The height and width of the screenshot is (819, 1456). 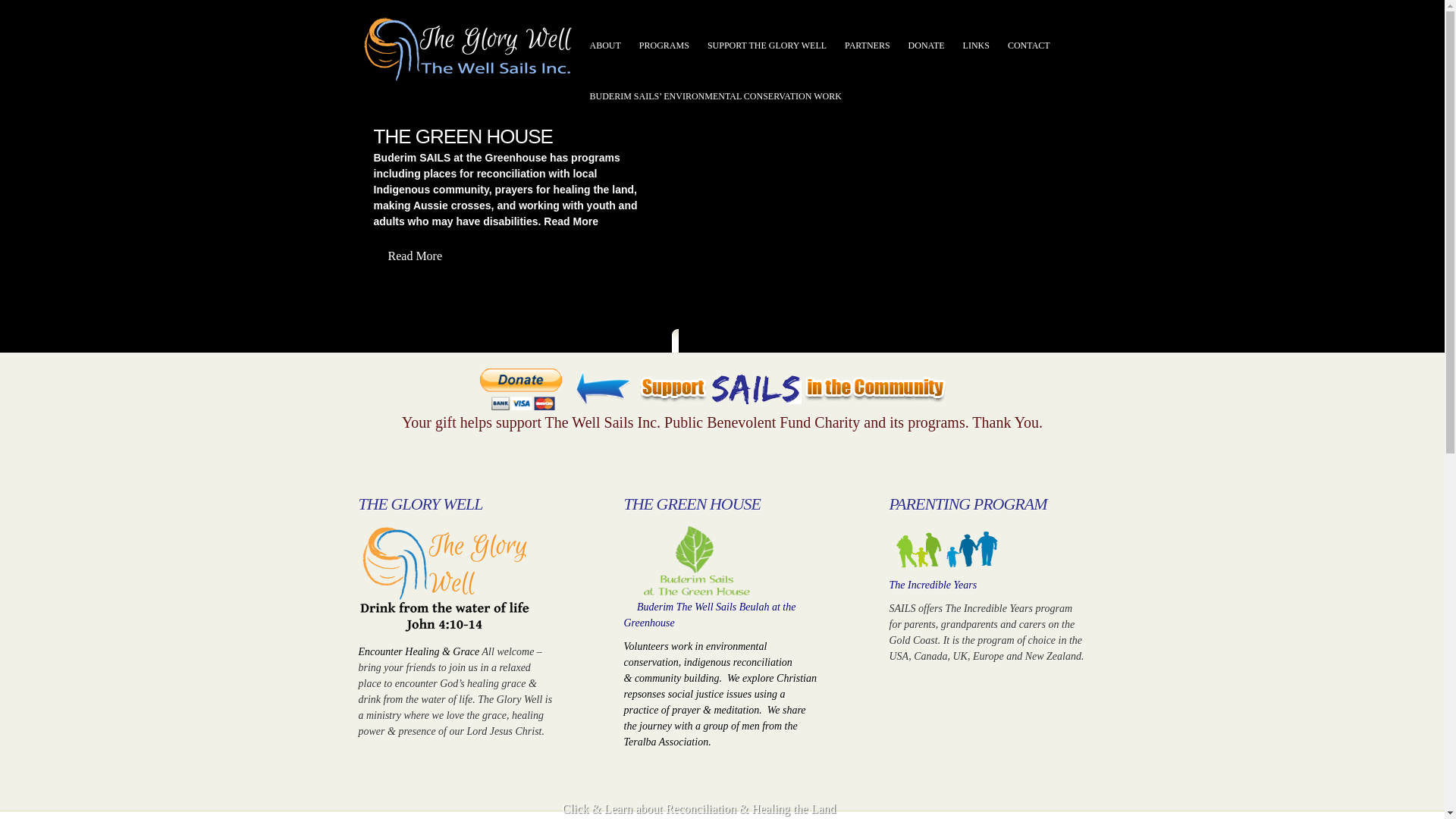 I want to click on 'THE GREEN HOUSE', so click(x=372, y=136).